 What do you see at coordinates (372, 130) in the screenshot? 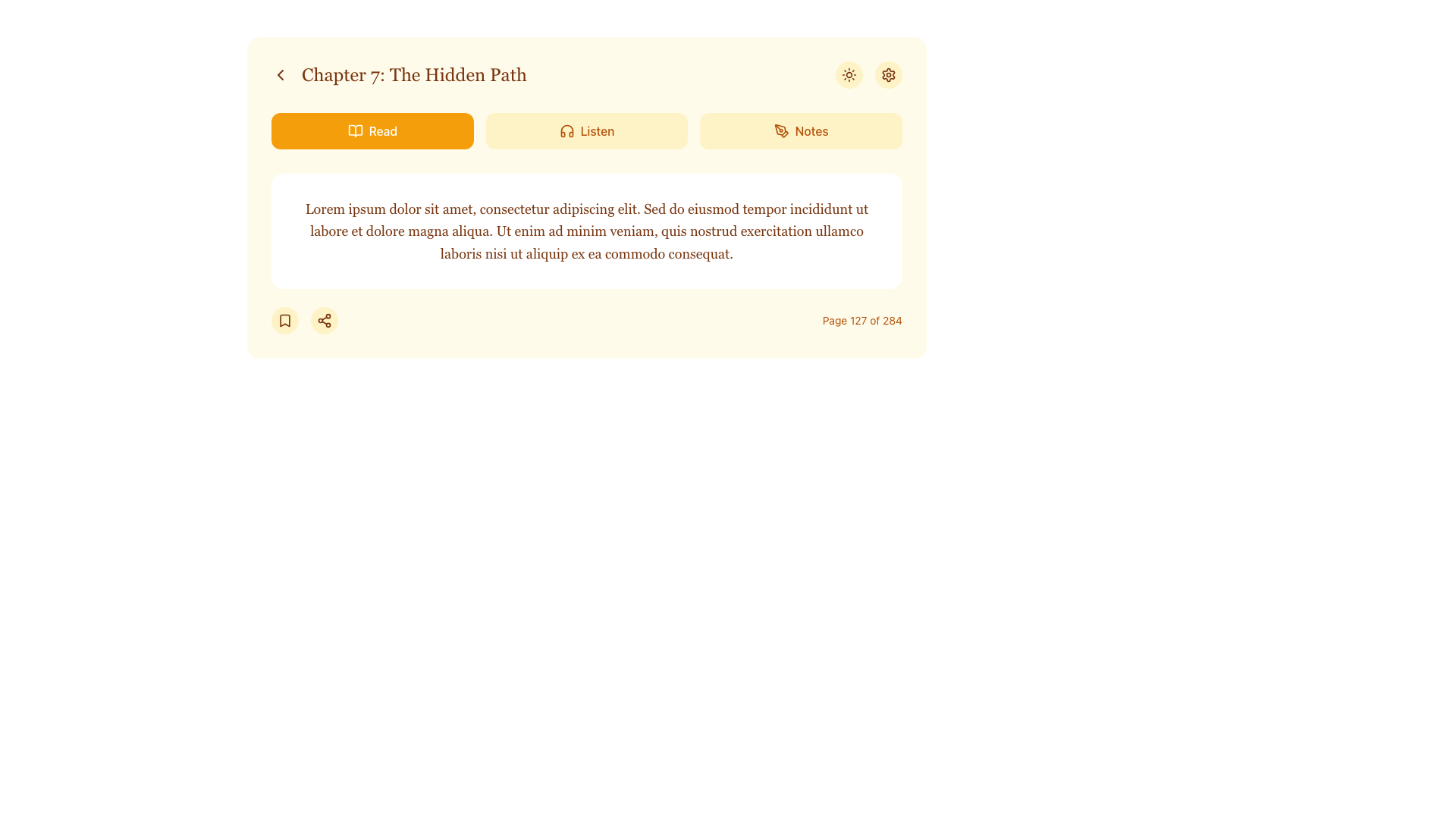
I see `the 'Read' button located at the top left of the interface` at bounding box center [372, 130].